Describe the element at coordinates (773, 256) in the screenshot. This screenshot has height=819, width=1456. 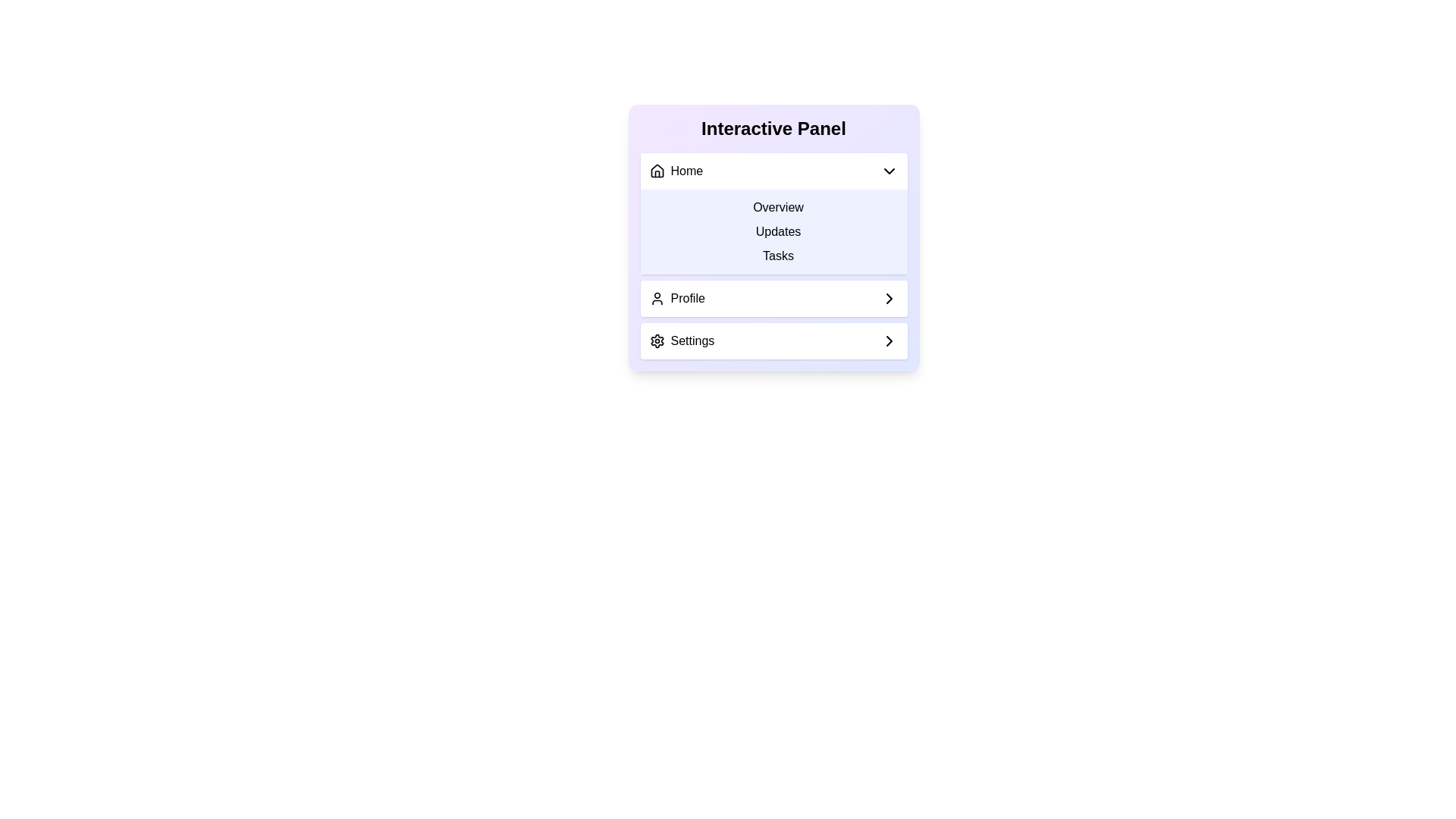
I see `the 'Tasks' navigational link located in the 'Overview' dropdown of the interactive panel, which is the third item under 'Overview'` at that location.